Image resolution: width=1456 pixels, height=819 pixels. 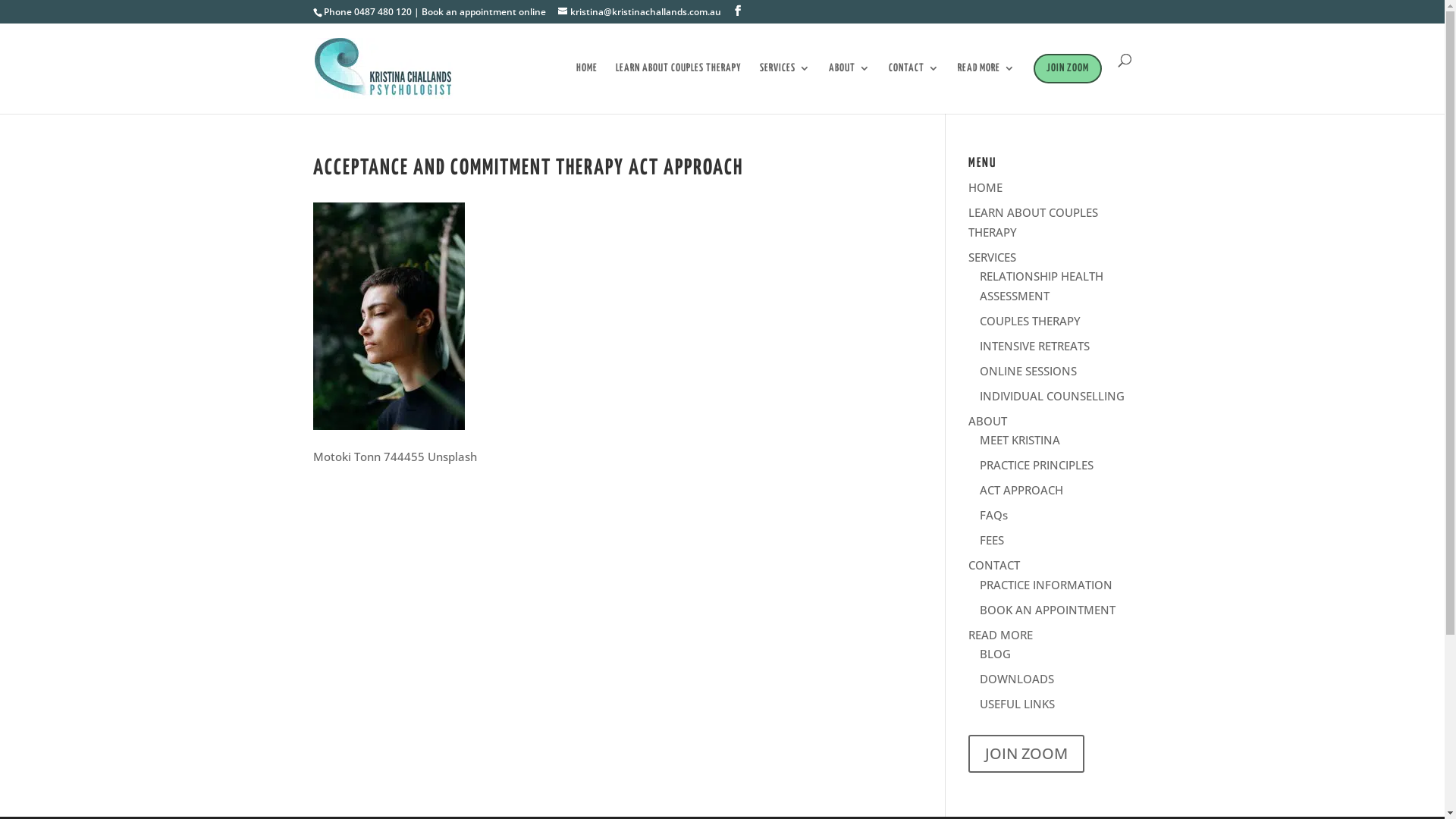 What do you see at coordinates (639, 11) in the screenshot?
I see `'kristina@kristinachallands.com.au'` at bounding box center [639, 11].